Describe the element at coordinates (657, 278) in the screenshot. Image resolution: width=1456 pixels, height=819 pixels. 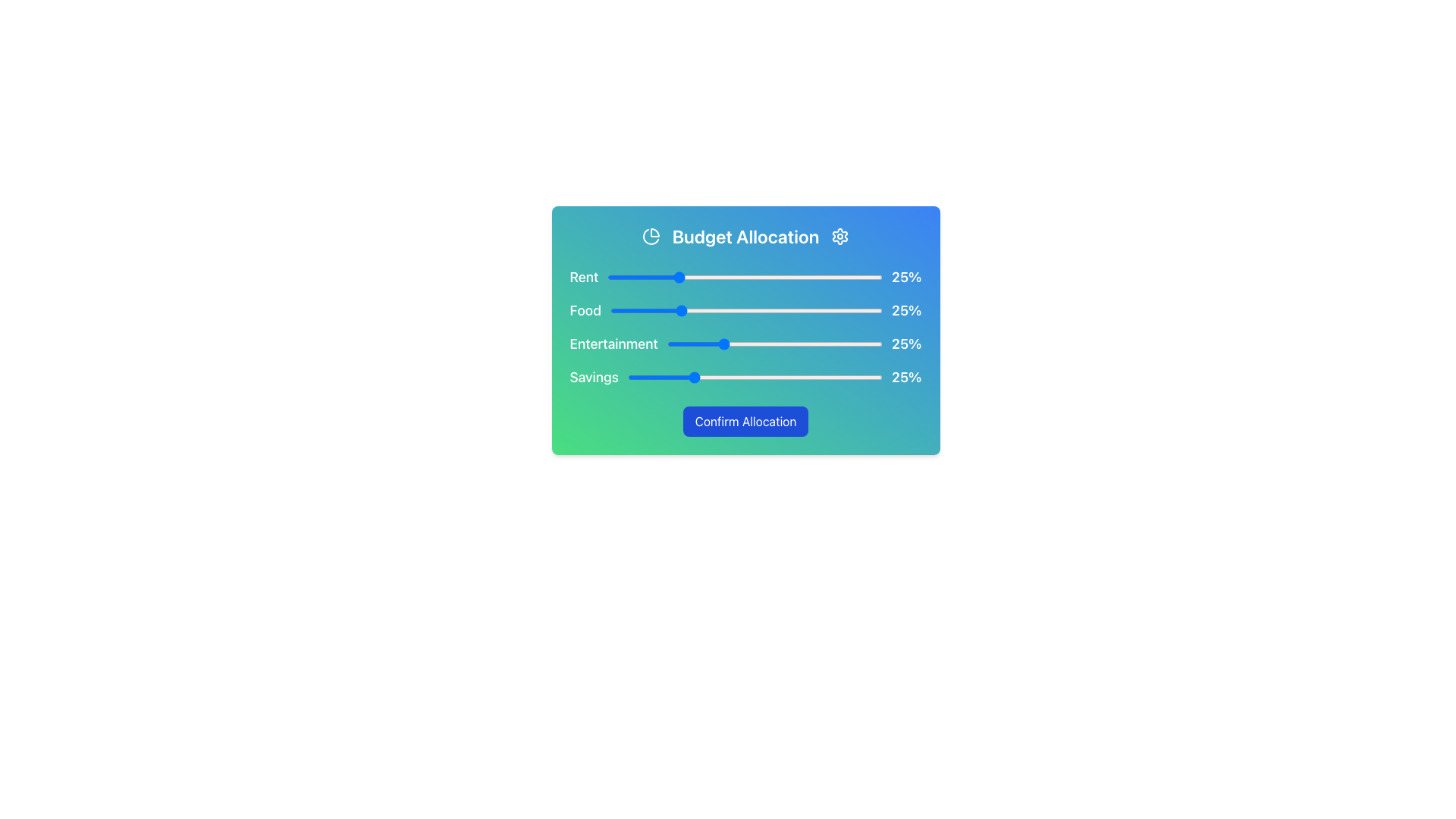
I see `the slider value` at that location.